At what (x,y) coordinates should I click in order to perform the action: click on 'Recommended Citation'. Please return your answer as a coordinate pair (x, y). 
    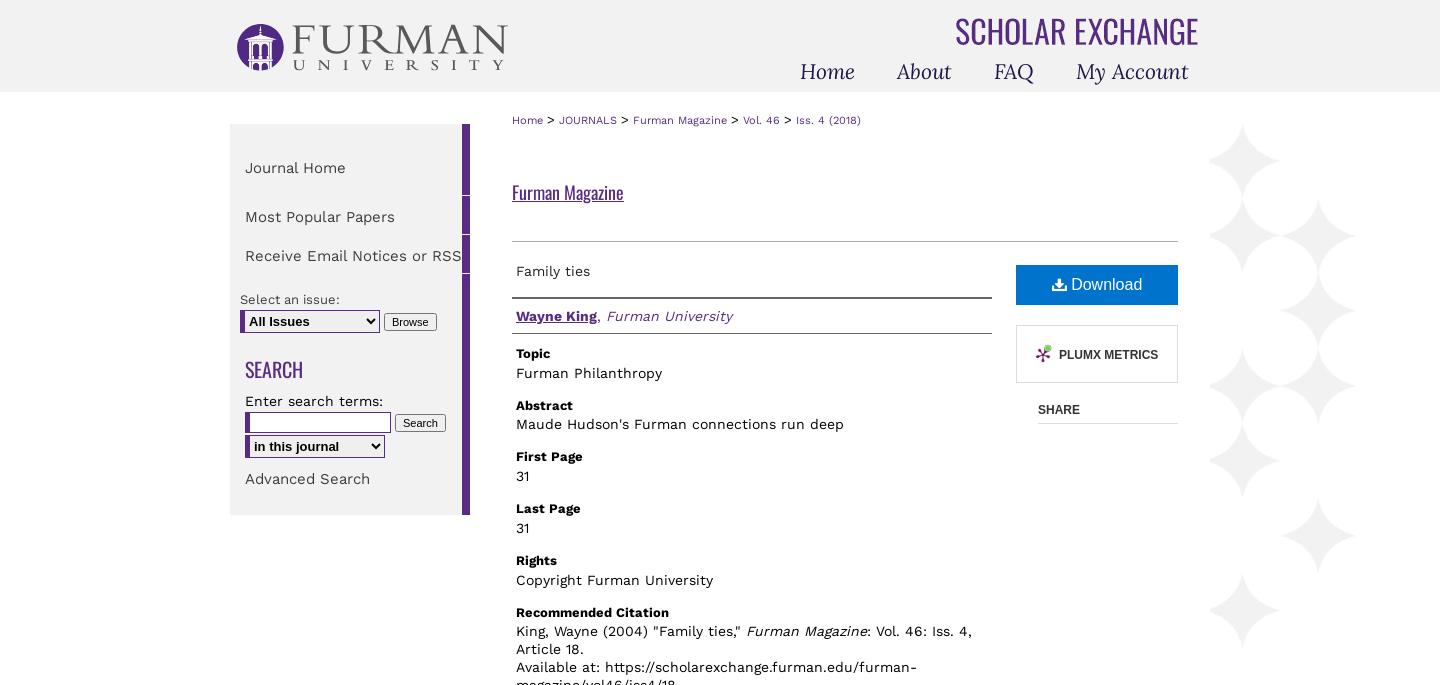
    Looking at the image, I should click on (592, 611).